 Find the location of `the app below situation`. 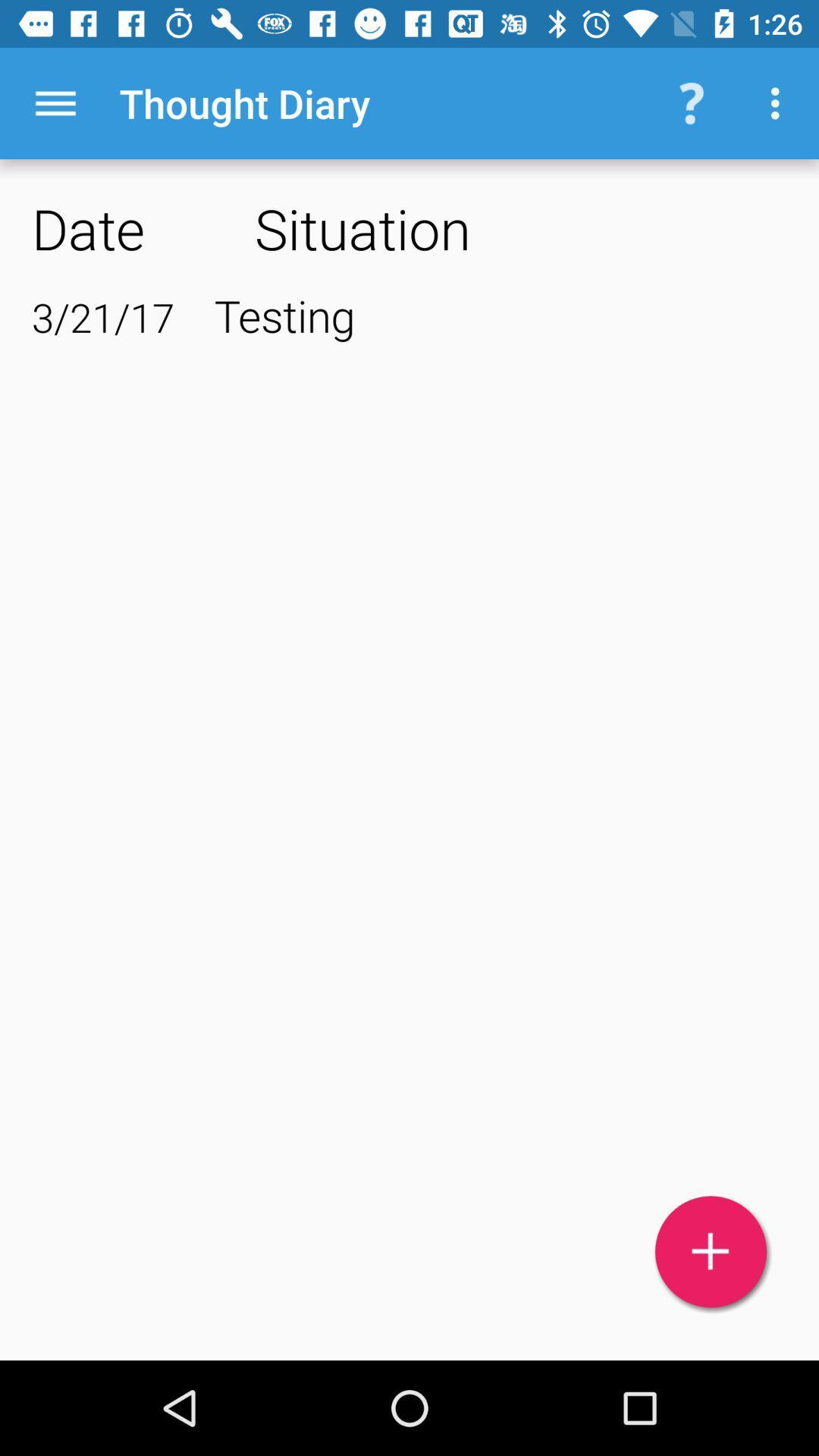

the app below situation is located at coordinates (500, 314).